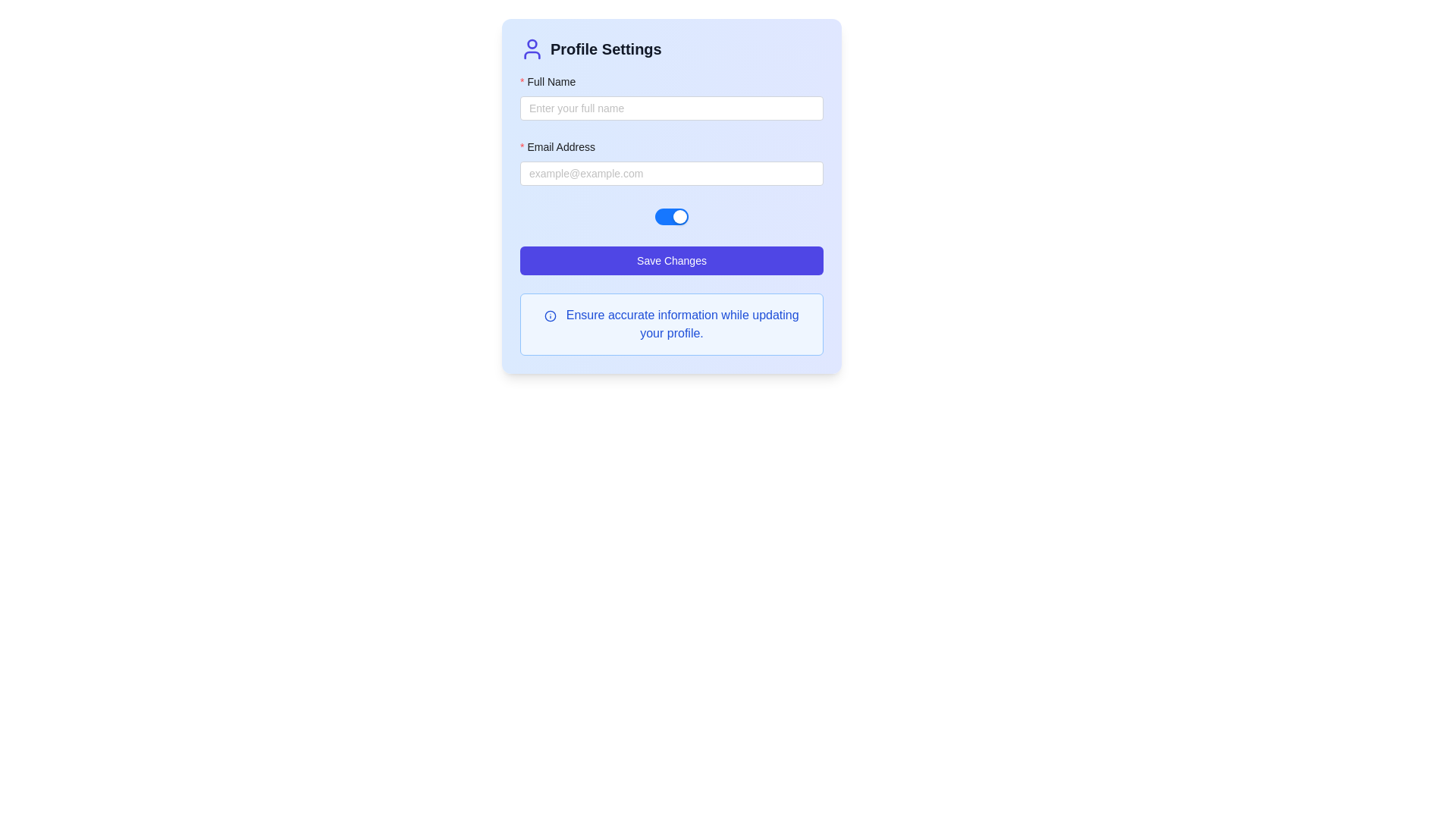  What do you see at coordinates (671, 216) in the screenshot?
I see `the toggle switch with a blue background and white circular handle located in the 'Profile Settings' card section, indicating the 'on' state` at bounding box center [671, 216].